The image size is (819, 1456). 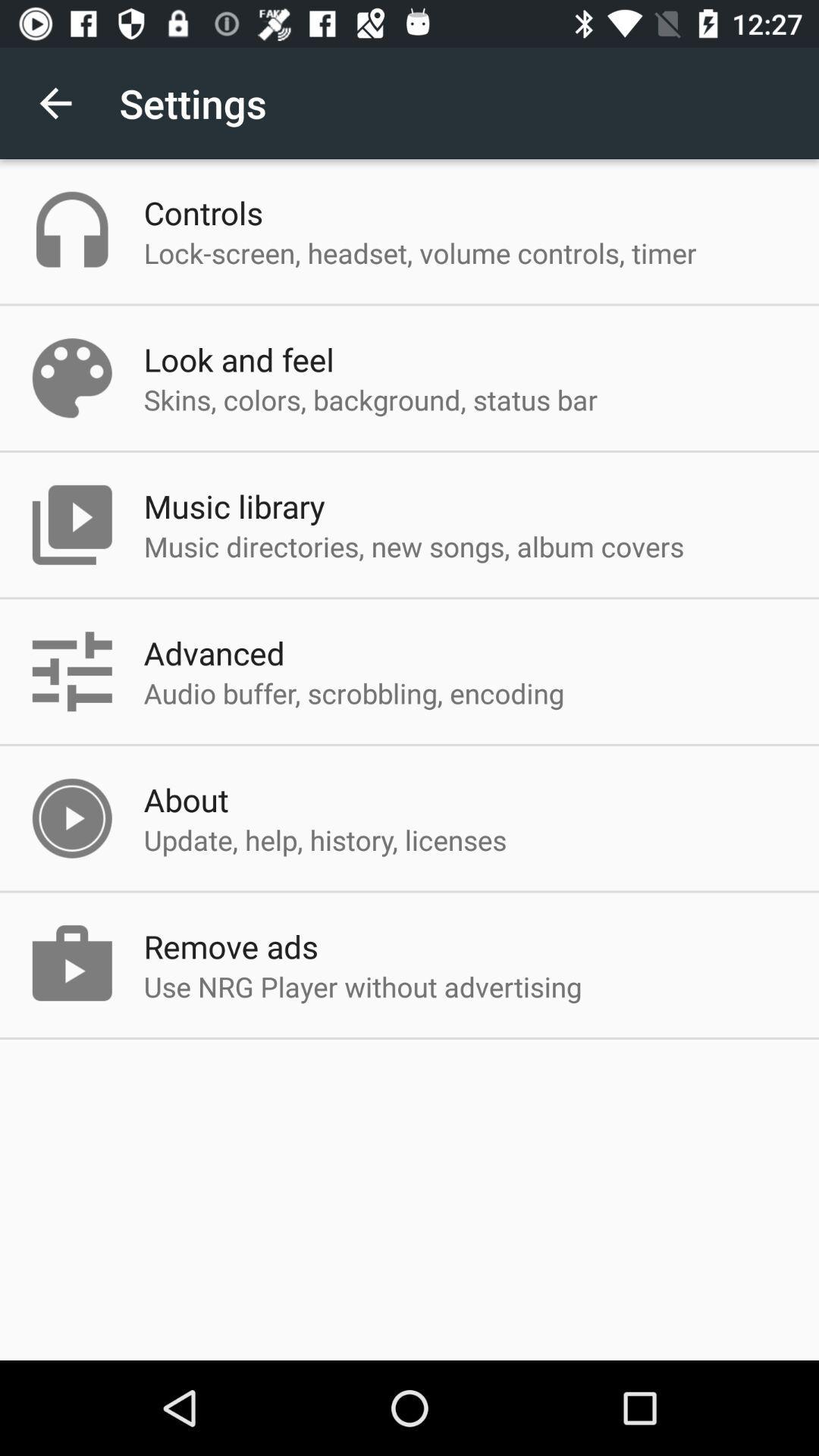 What do you see at coordinates (55, 102) in the screenshot?
I see `app to the left of settings` at bounding box center [55, 102].